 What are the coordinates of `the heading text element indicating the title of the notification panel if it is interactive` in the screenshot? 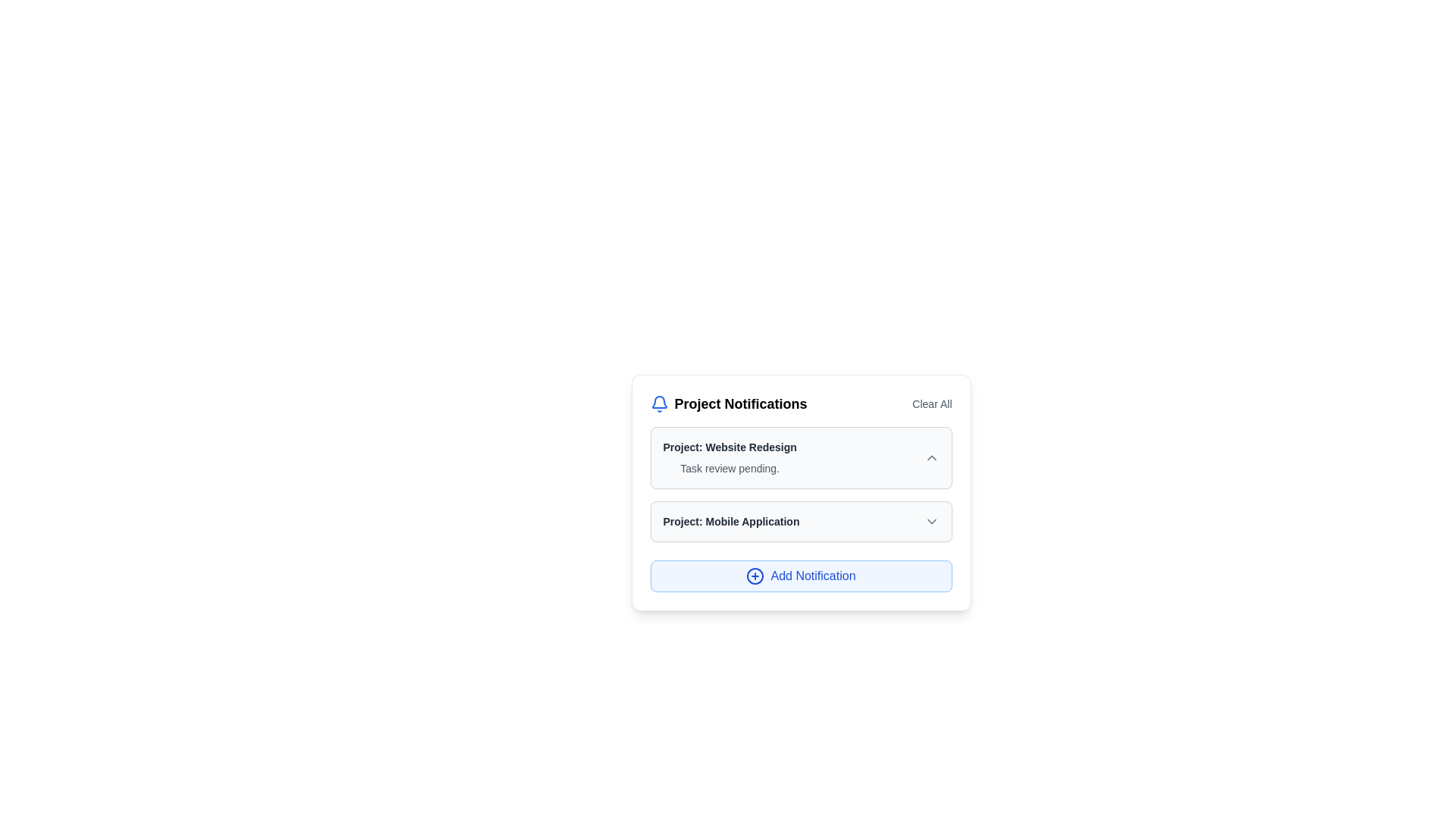 It's located at (728, 403).